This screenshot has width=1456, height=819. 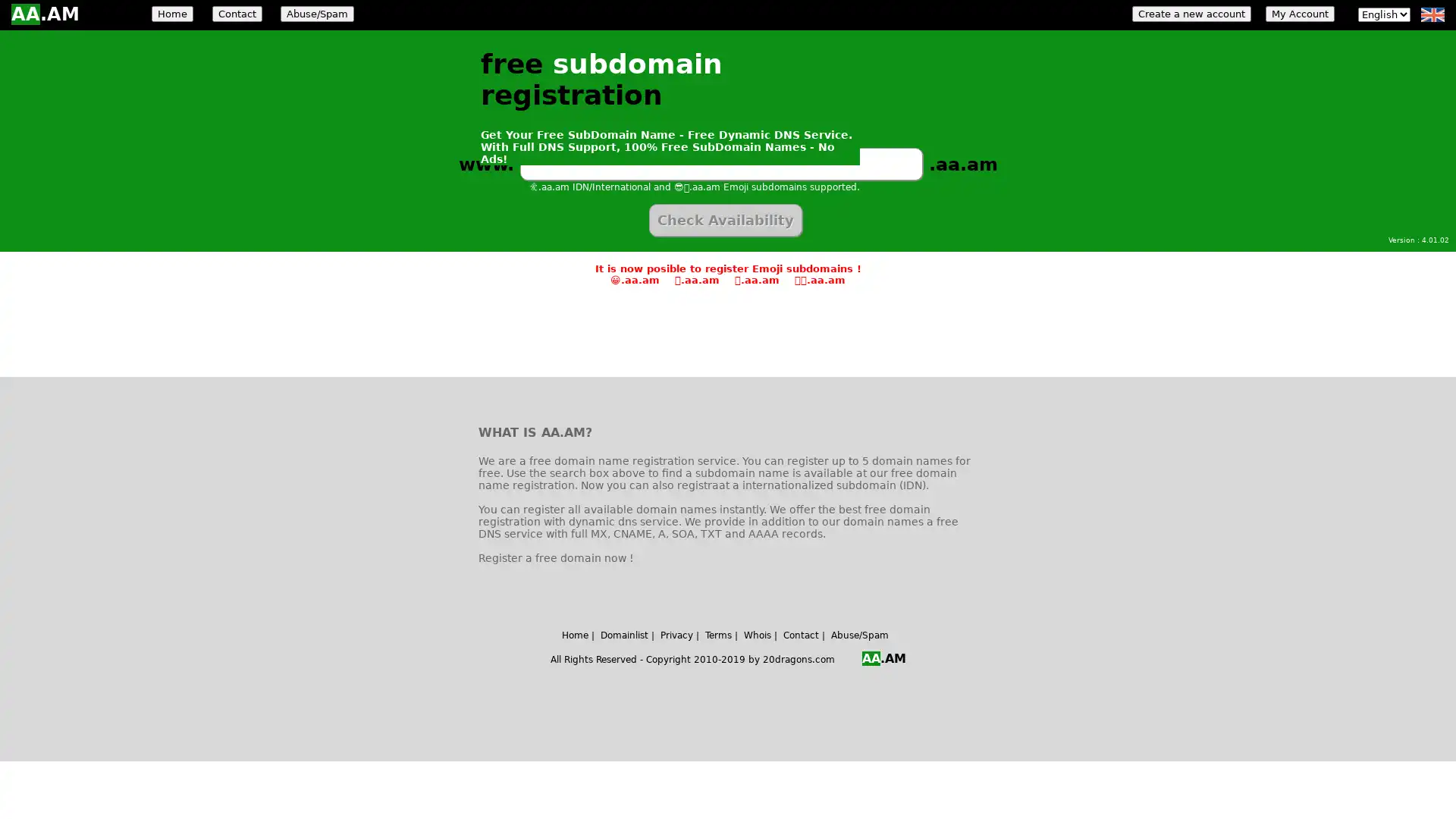 I want to click on Check Availability, so click(x=724, y=220).